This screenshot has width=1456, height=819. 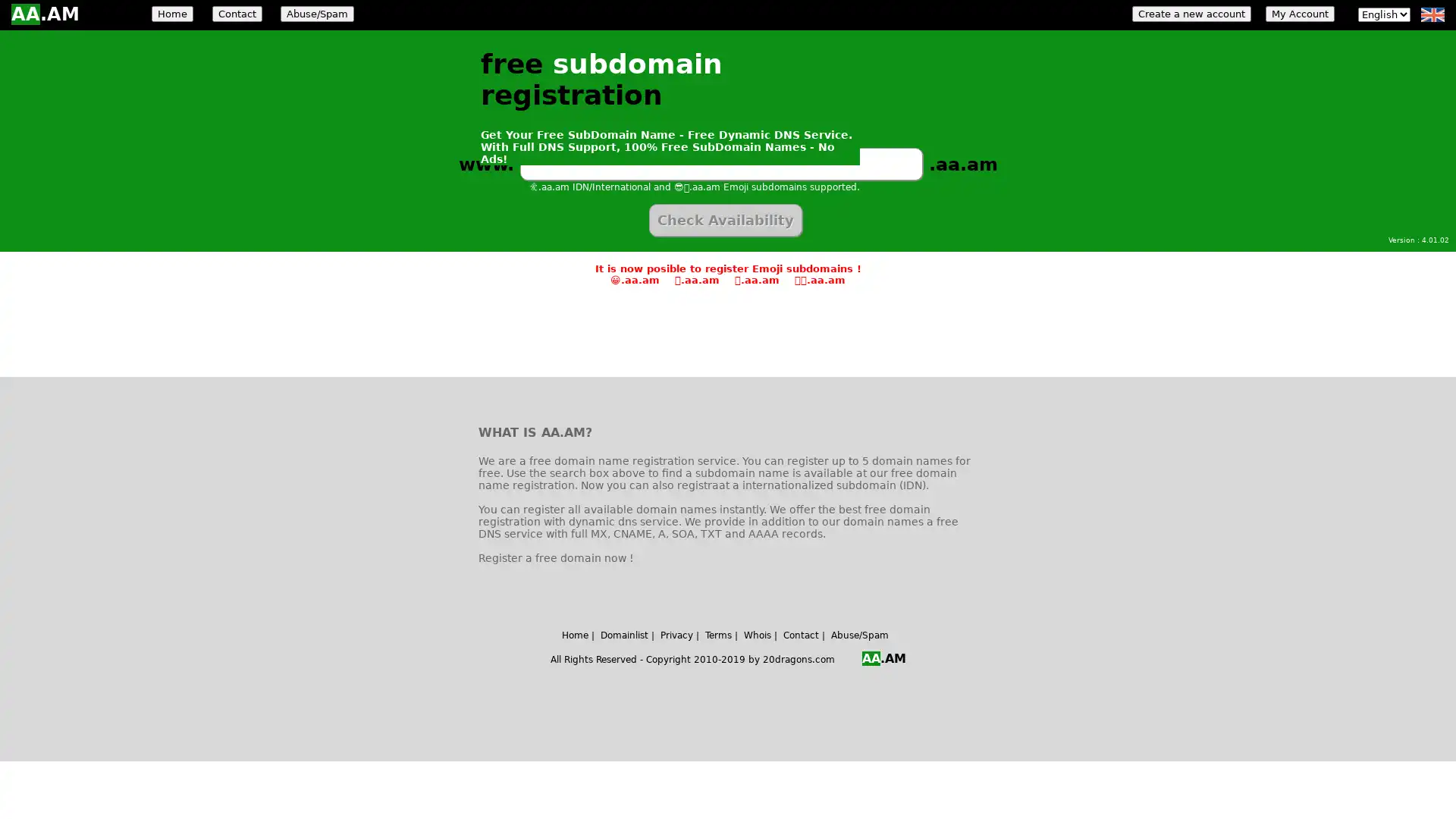 I want to click on Check Availability, so click(x=724, y=220).